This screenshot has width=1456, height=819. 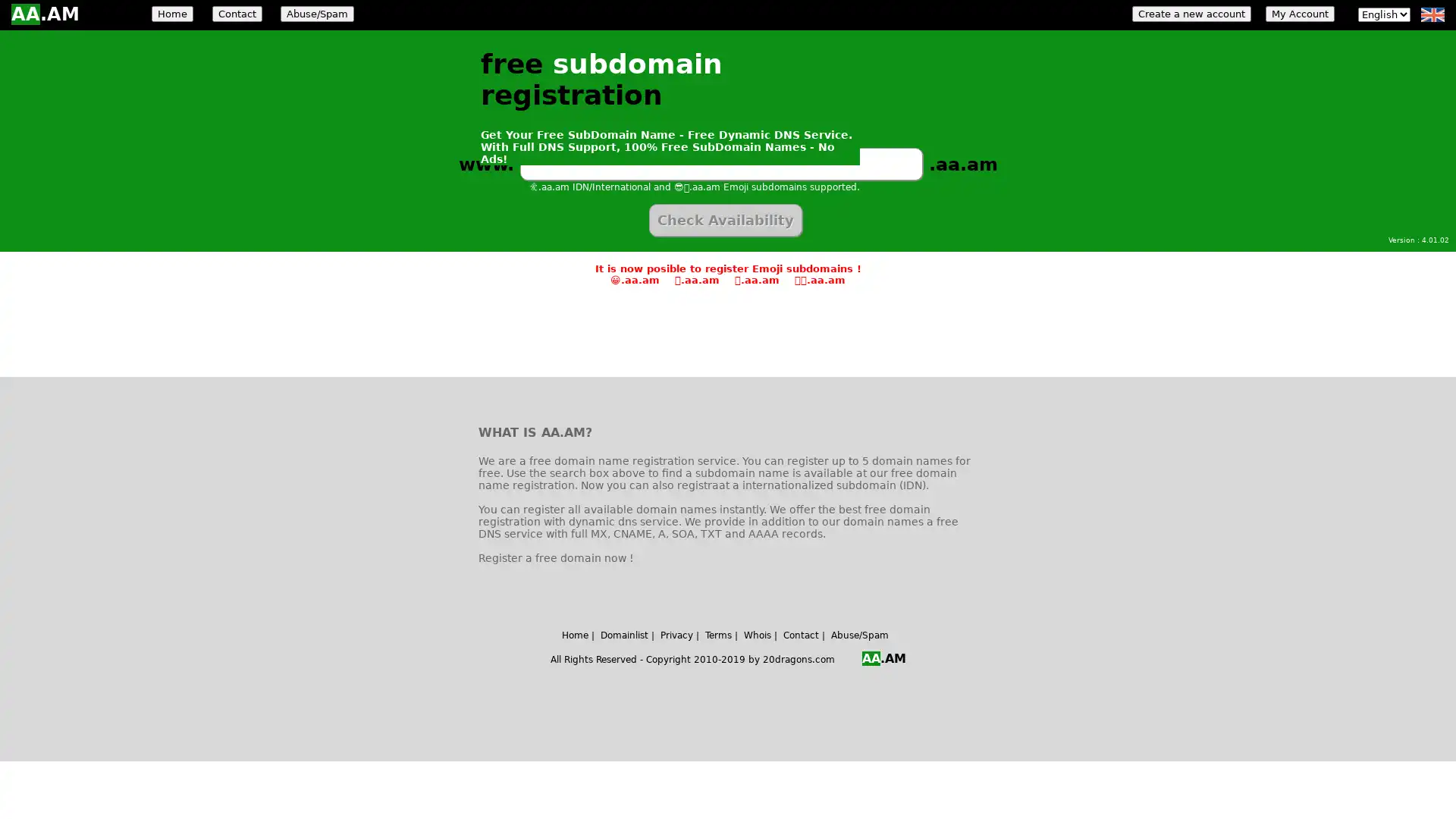 I want to click on Check Availability, so click(x=724, y=220).